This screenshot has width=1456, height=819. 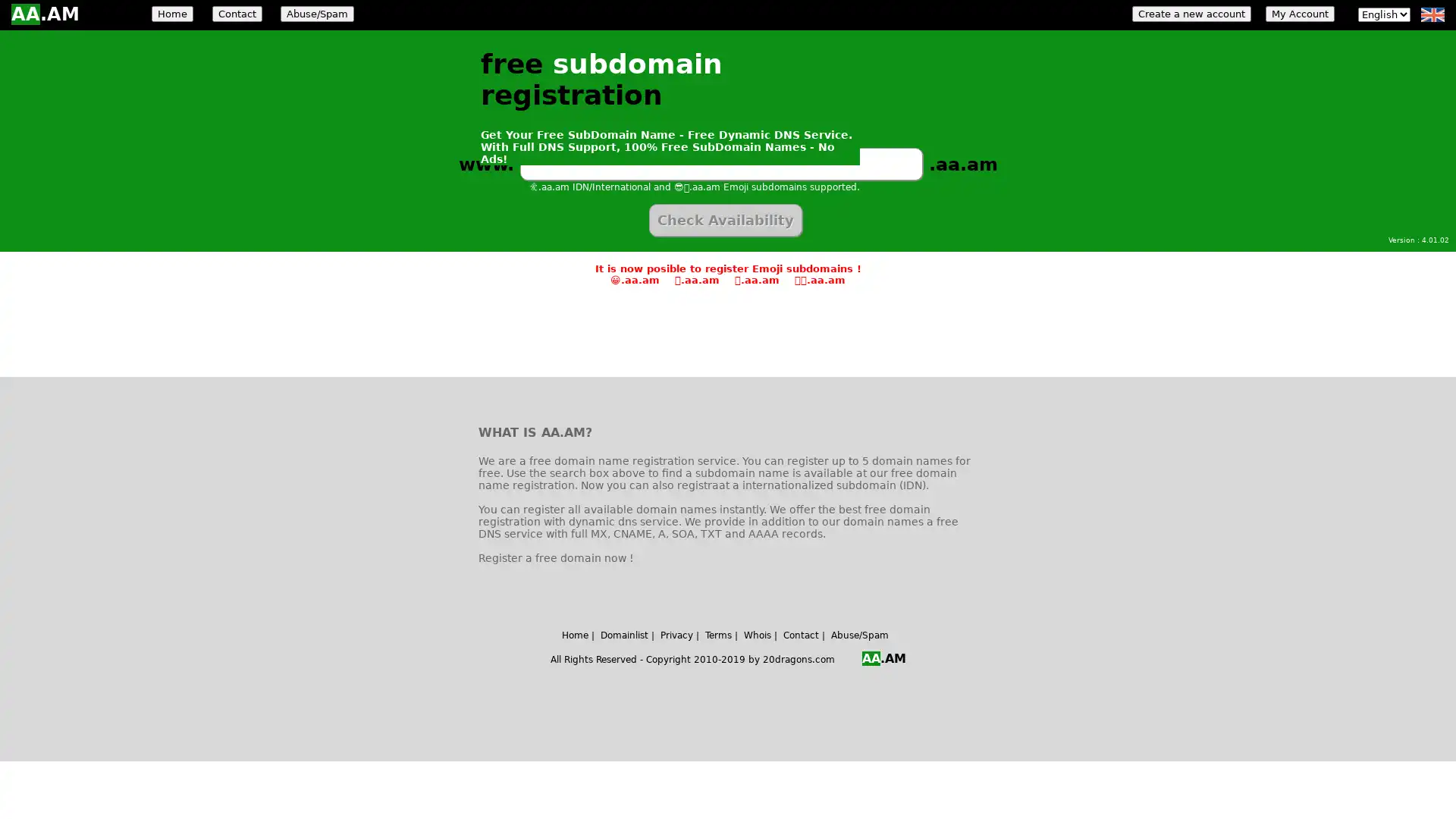 I want to click on Check Availability, so click(x=724, y=220).